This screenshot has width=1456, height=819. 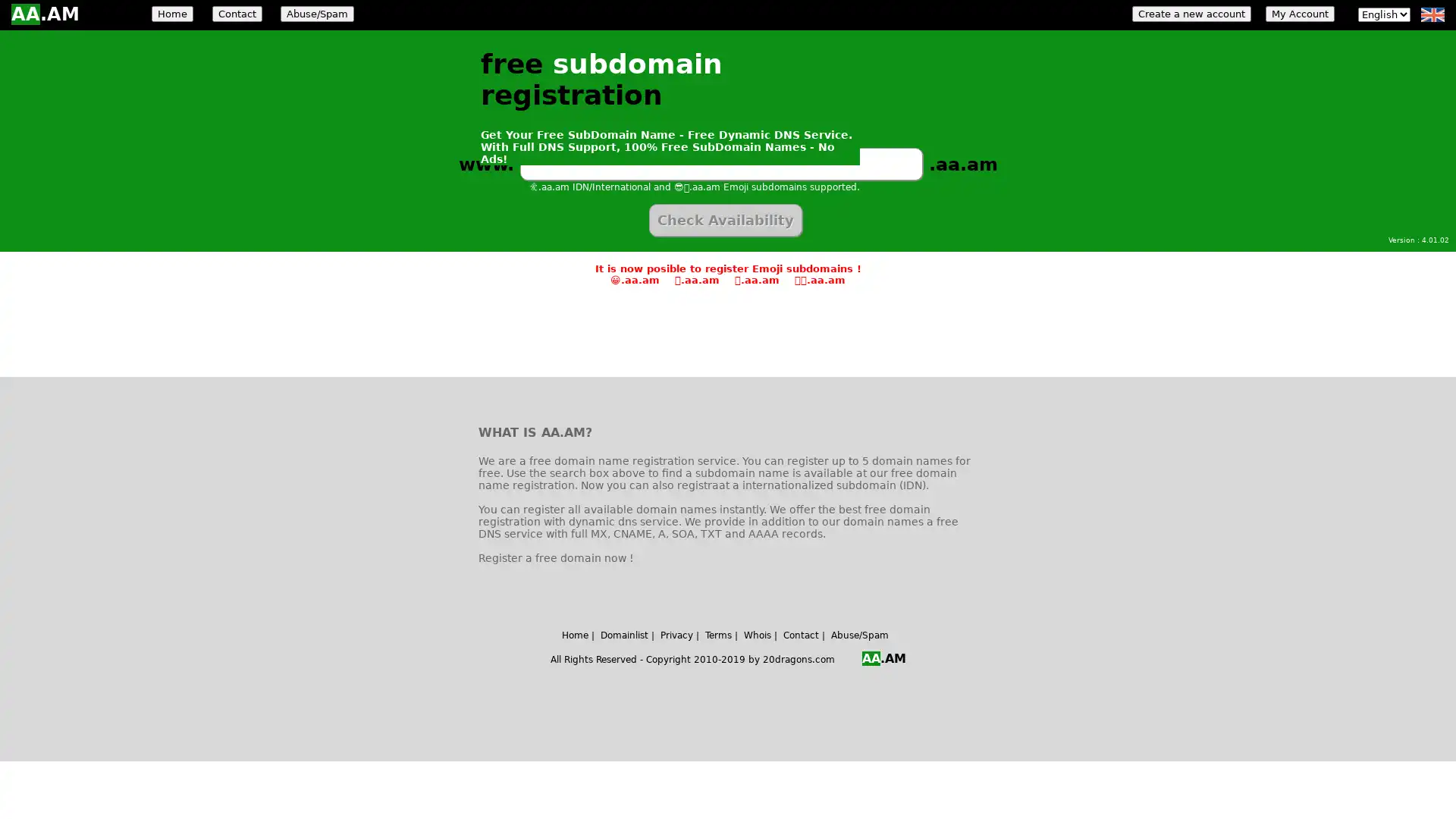 I want to click on Check Availability, so click(x=724, y=220).